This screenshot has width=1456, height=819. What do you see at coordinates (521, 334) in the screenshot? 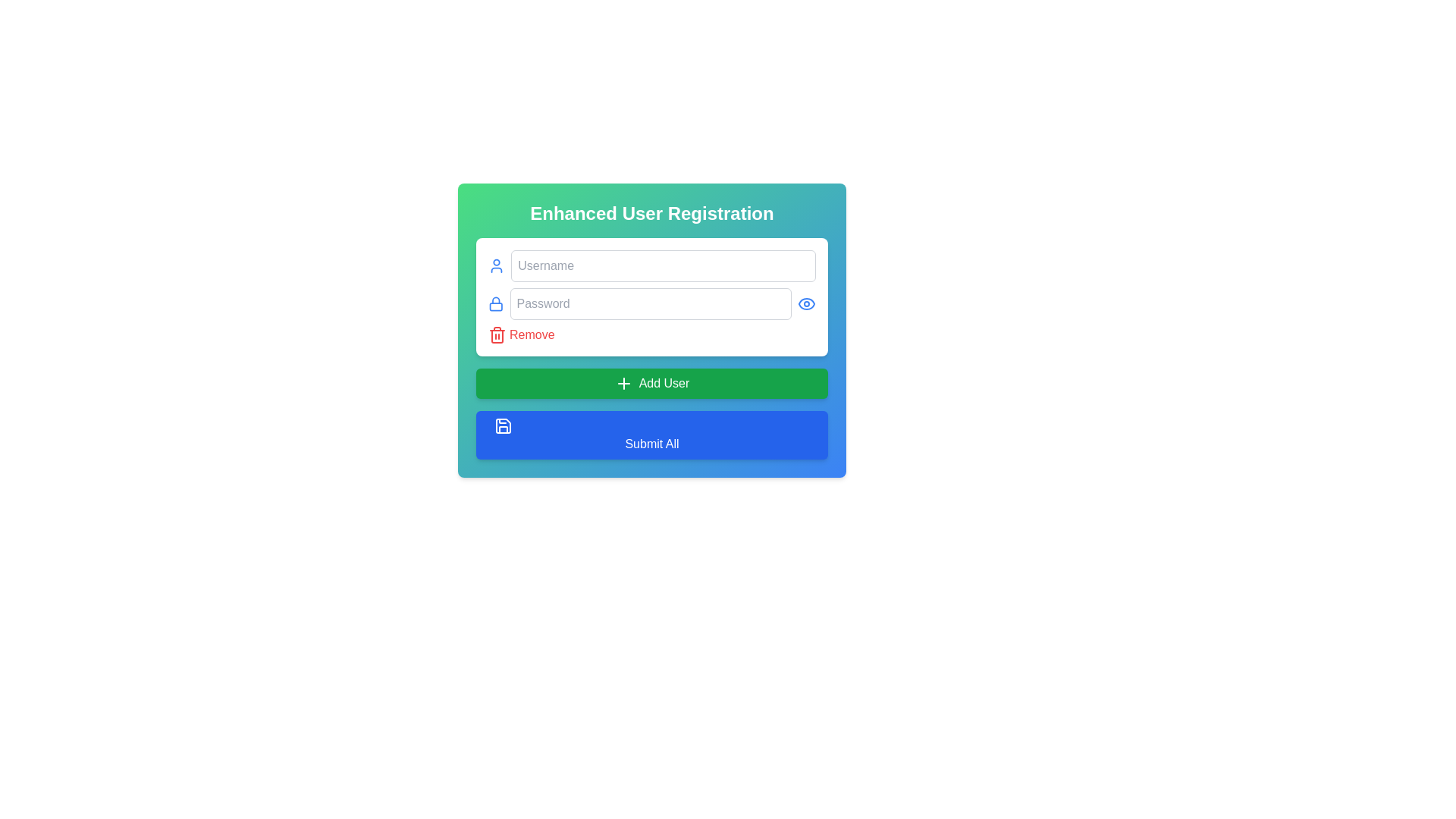
I see `the 'Remove' button with a trash bin icon located below the password input field to change its color` at bounding box center [521, 334].